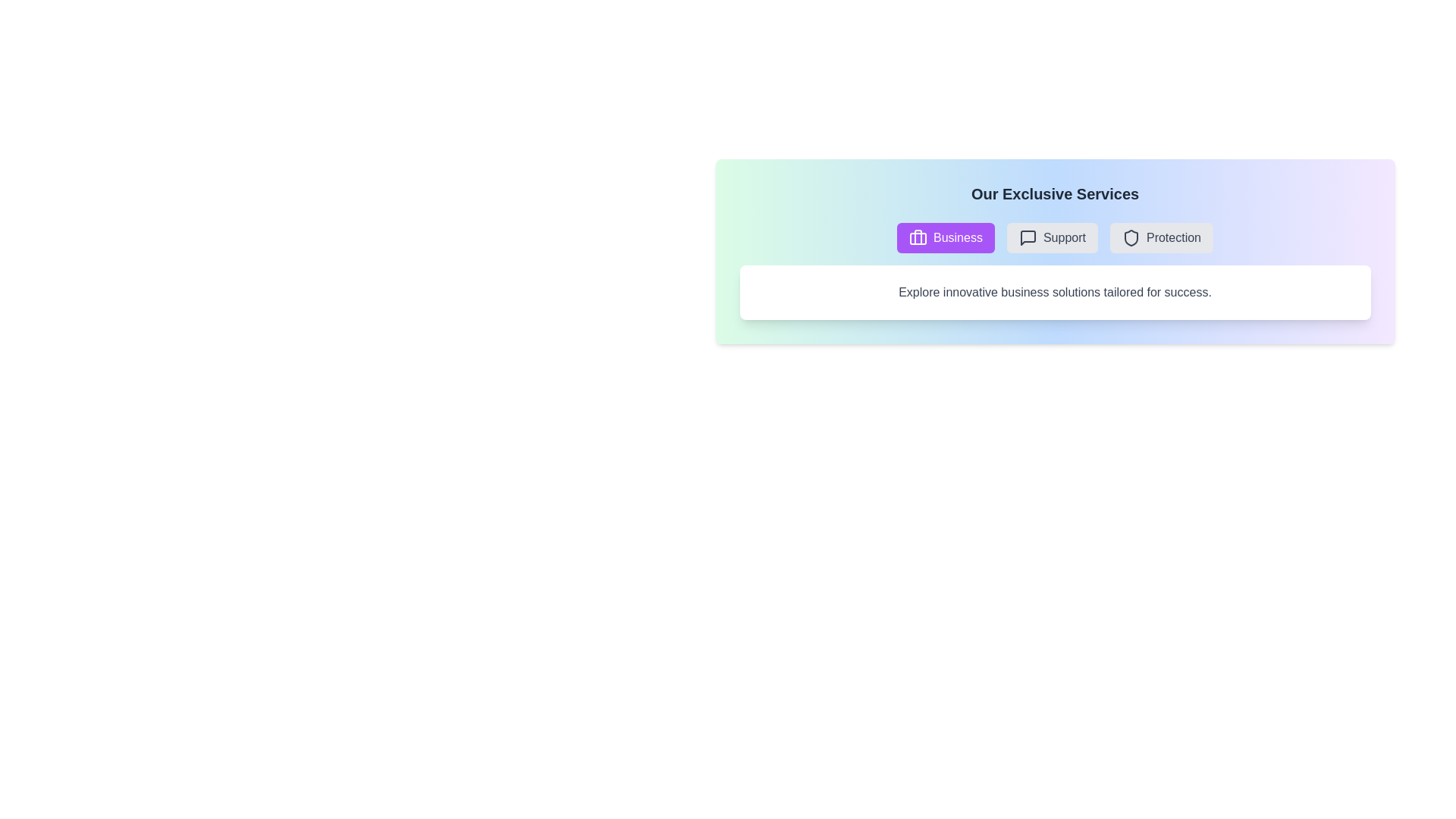 The image size is (1456, 819). I want to click on the icon associated with the Business tab, so click(917, 237).